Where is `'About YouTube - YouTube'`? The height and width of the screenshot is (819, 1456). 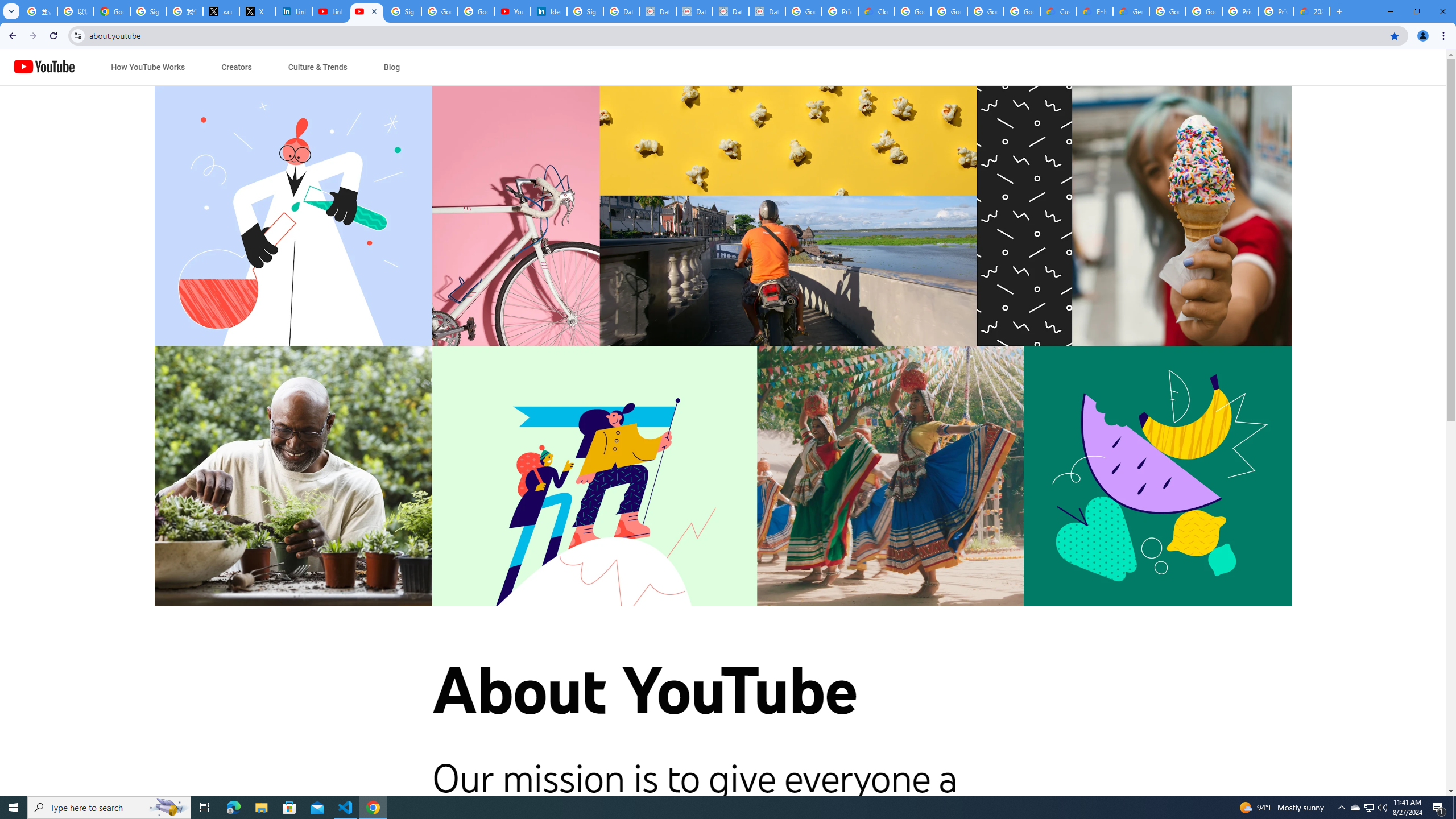
'About YouTube - YouTube' is located at coordinates (366, 11).